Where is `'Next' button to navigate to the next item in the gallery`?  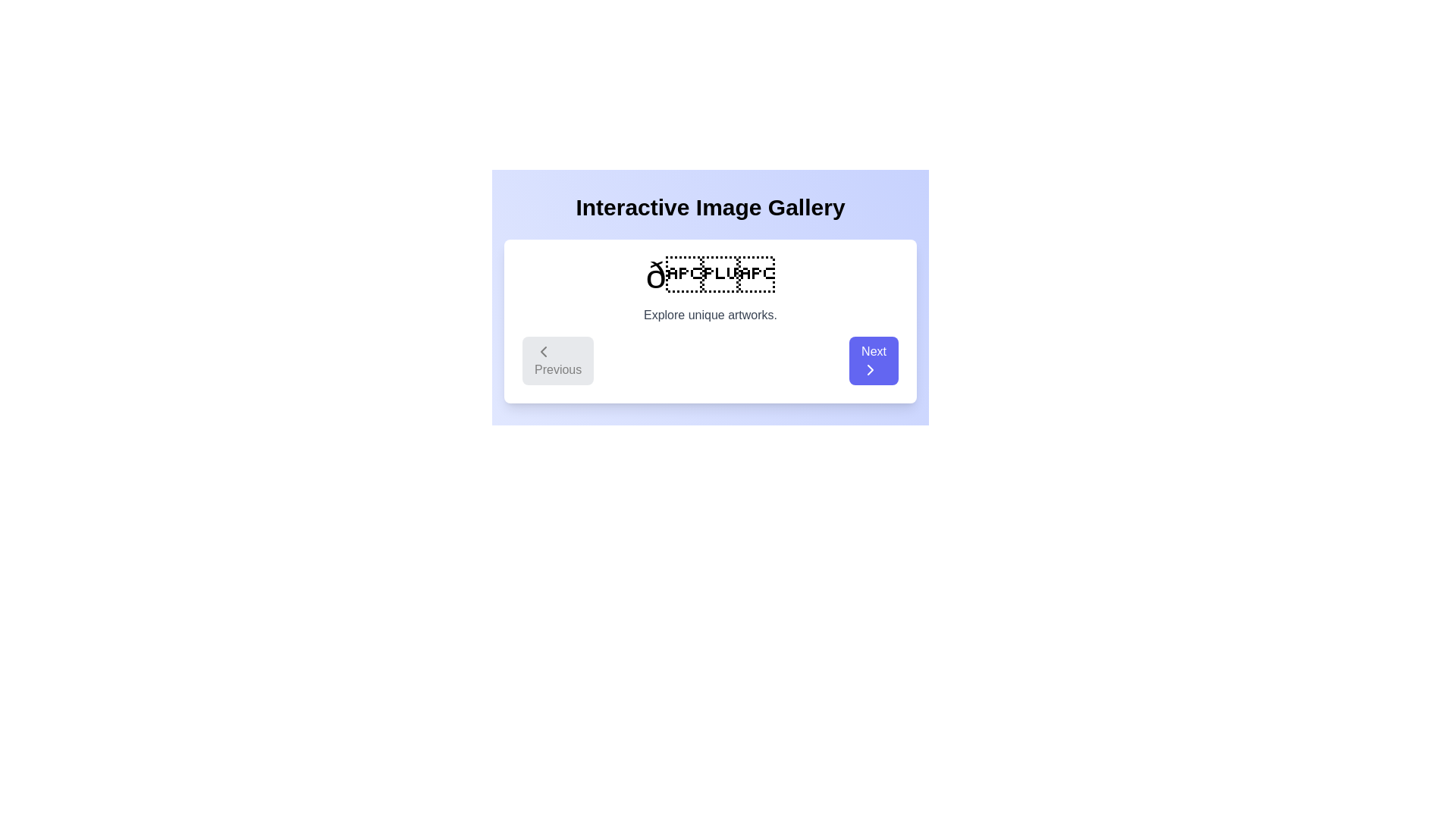
'Next' button to navigate to the next item in the gallery is located at coordinates (874, 360).